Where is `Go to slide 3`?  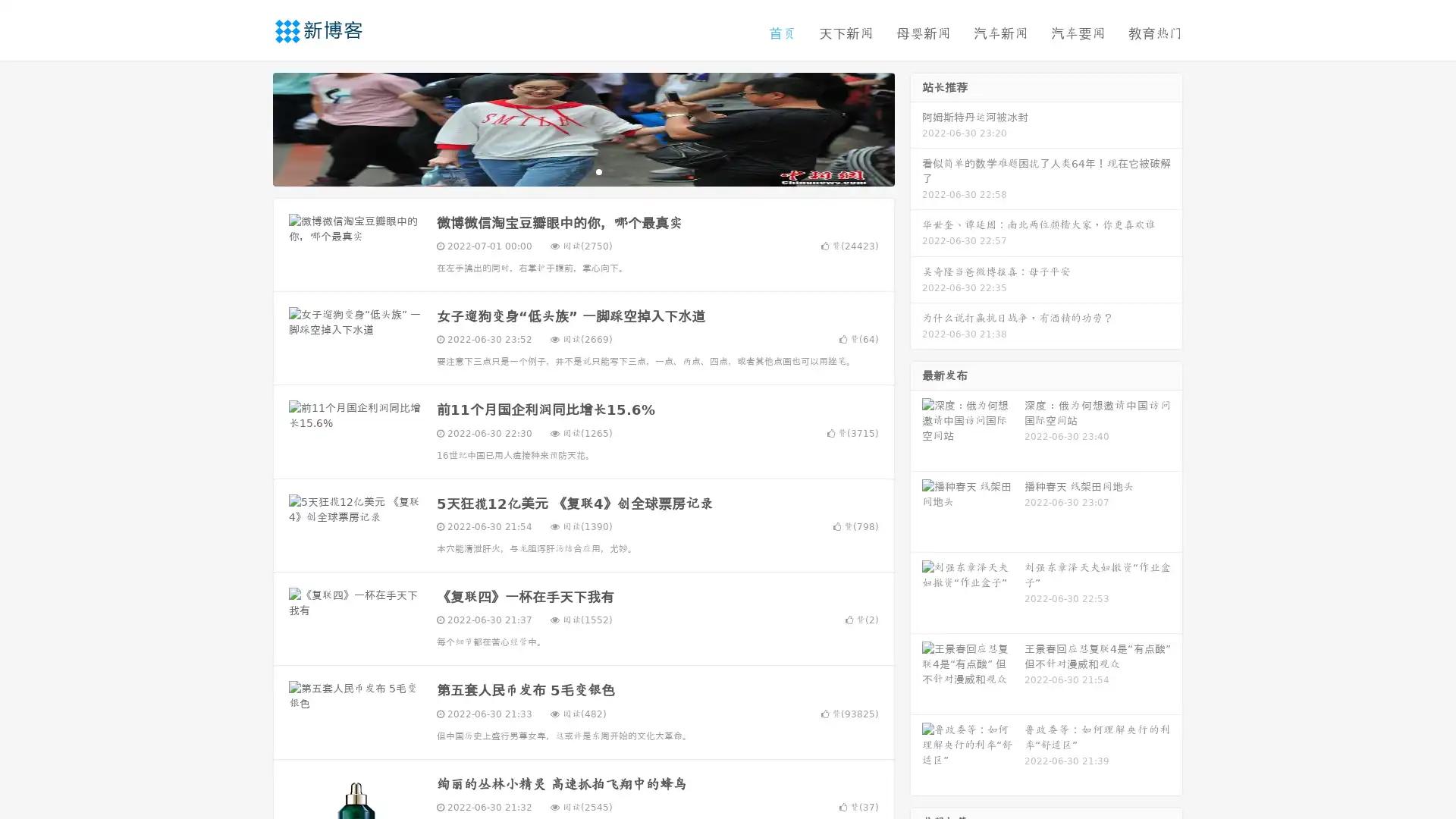
Go to slide 3 is located at coordinates (598, 171).